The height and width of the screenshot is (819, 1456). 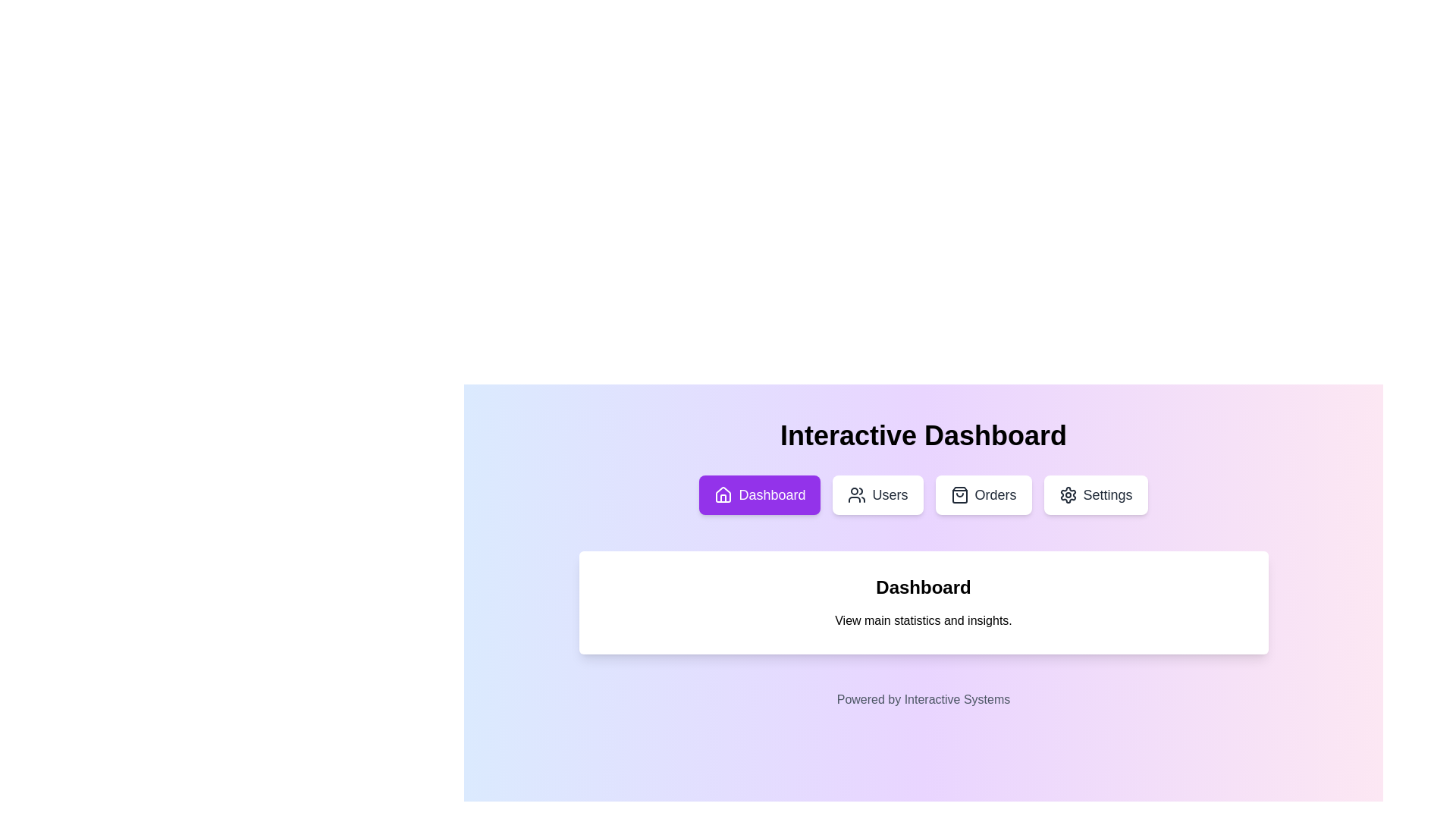 I want to click on the settings icon located to the left of the 'Settings' label in the top center navigation bar, so click(x=1067, y=494).